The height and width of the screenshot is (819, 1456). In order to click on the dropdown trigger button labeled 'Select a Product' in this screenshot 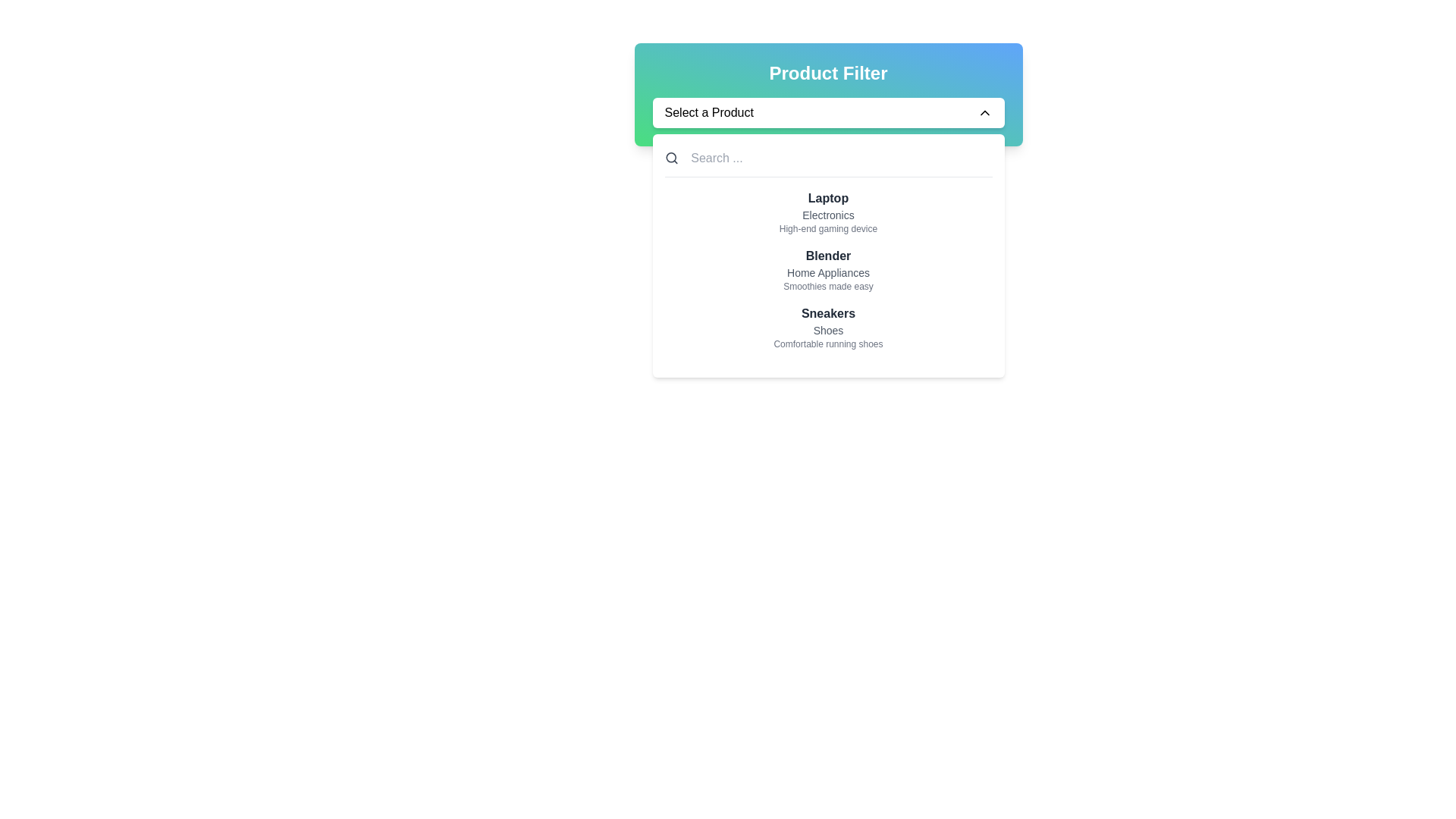, I will do `click(827, 112)`.